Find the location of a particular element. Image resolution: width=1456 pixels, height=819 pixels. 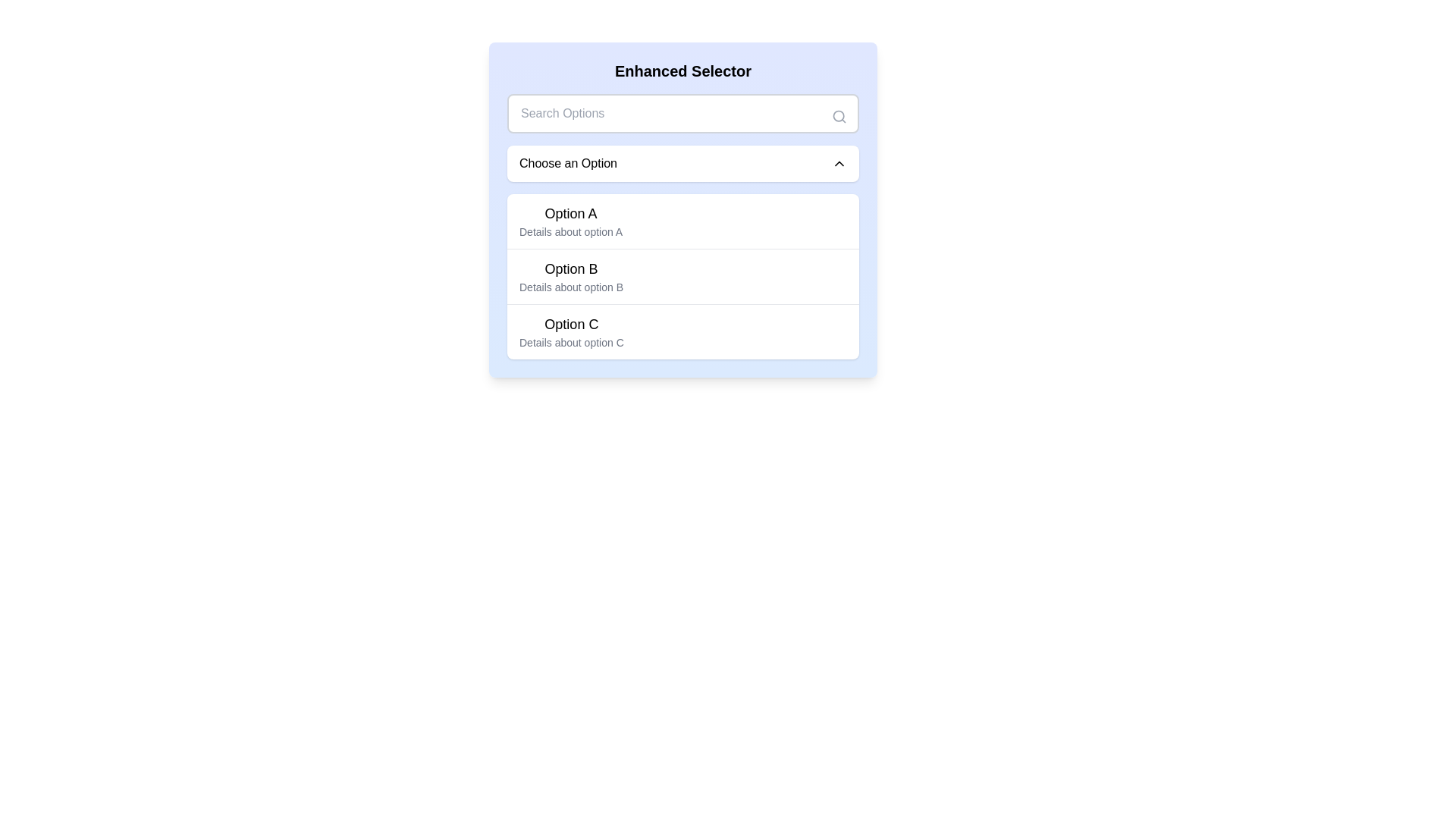

the selectable list option labeled 'Option B' is located at coordinates (682, 277).